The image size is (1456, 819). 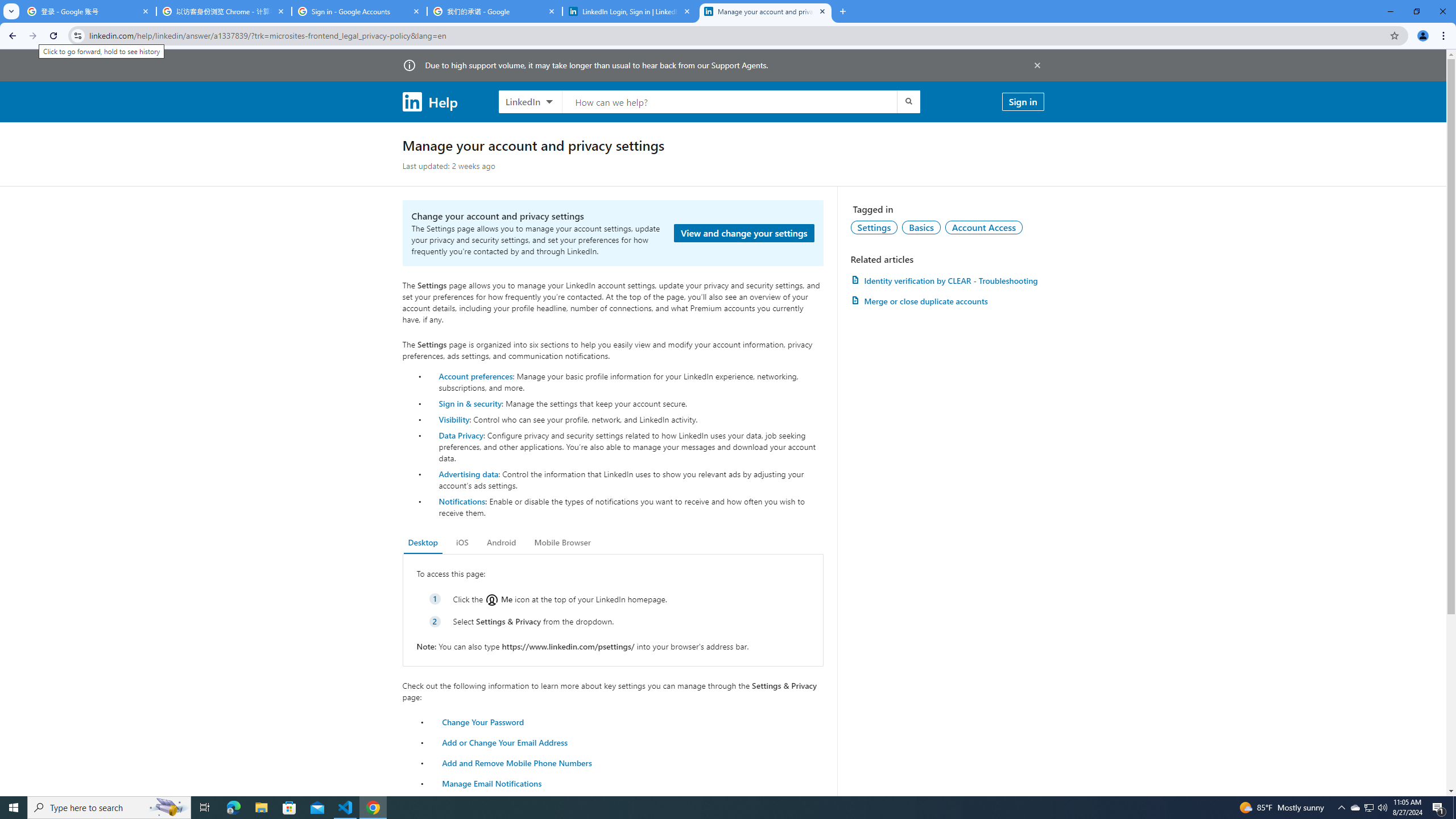 What do you see at coordinates (946, 300) in the screenshot?
I see `'AutomationID: article-link-a1337200'` at bounding box center [946, 300].